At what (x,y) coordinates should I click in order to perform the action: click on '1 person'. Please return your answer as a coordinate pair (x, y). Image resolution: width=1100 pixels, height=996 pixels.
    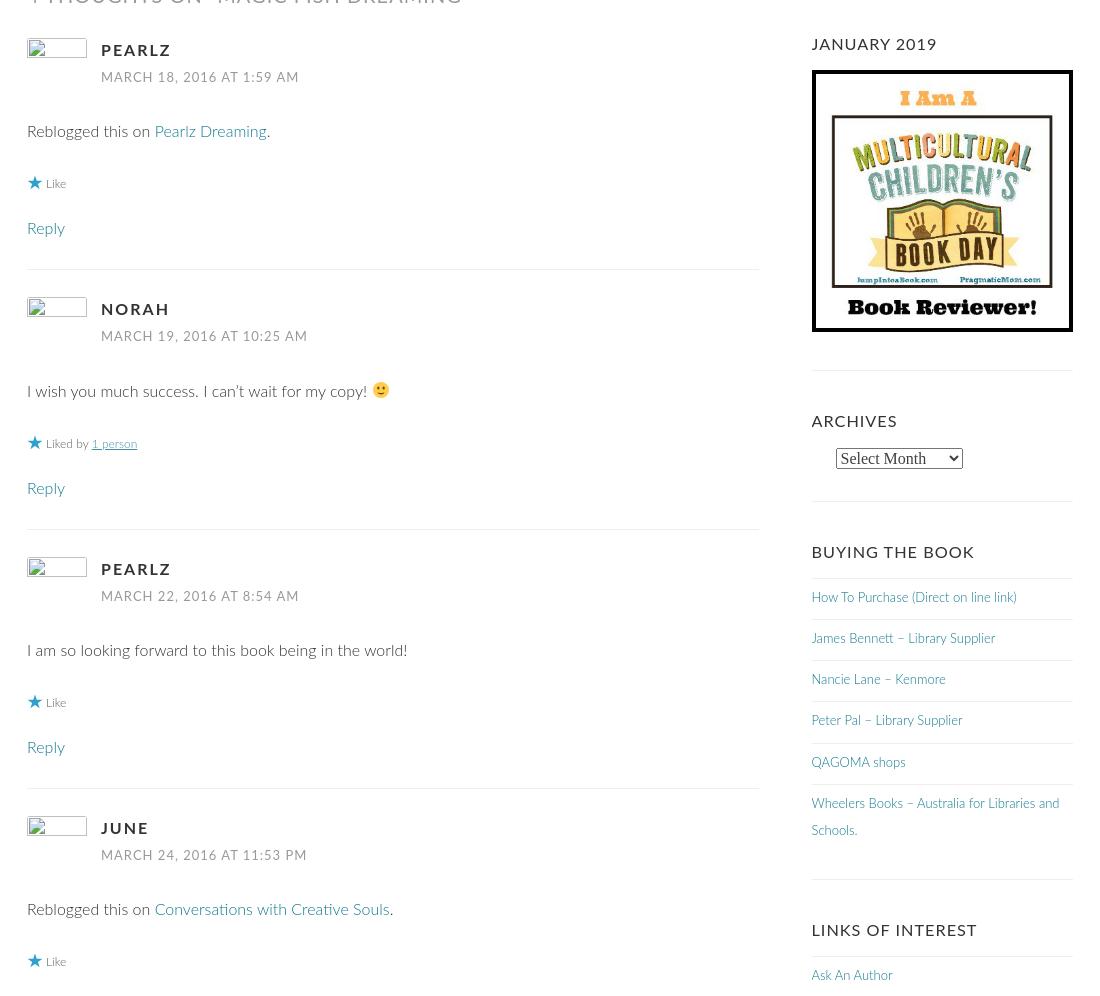
    Looking at the image, I should click on (90, 443).